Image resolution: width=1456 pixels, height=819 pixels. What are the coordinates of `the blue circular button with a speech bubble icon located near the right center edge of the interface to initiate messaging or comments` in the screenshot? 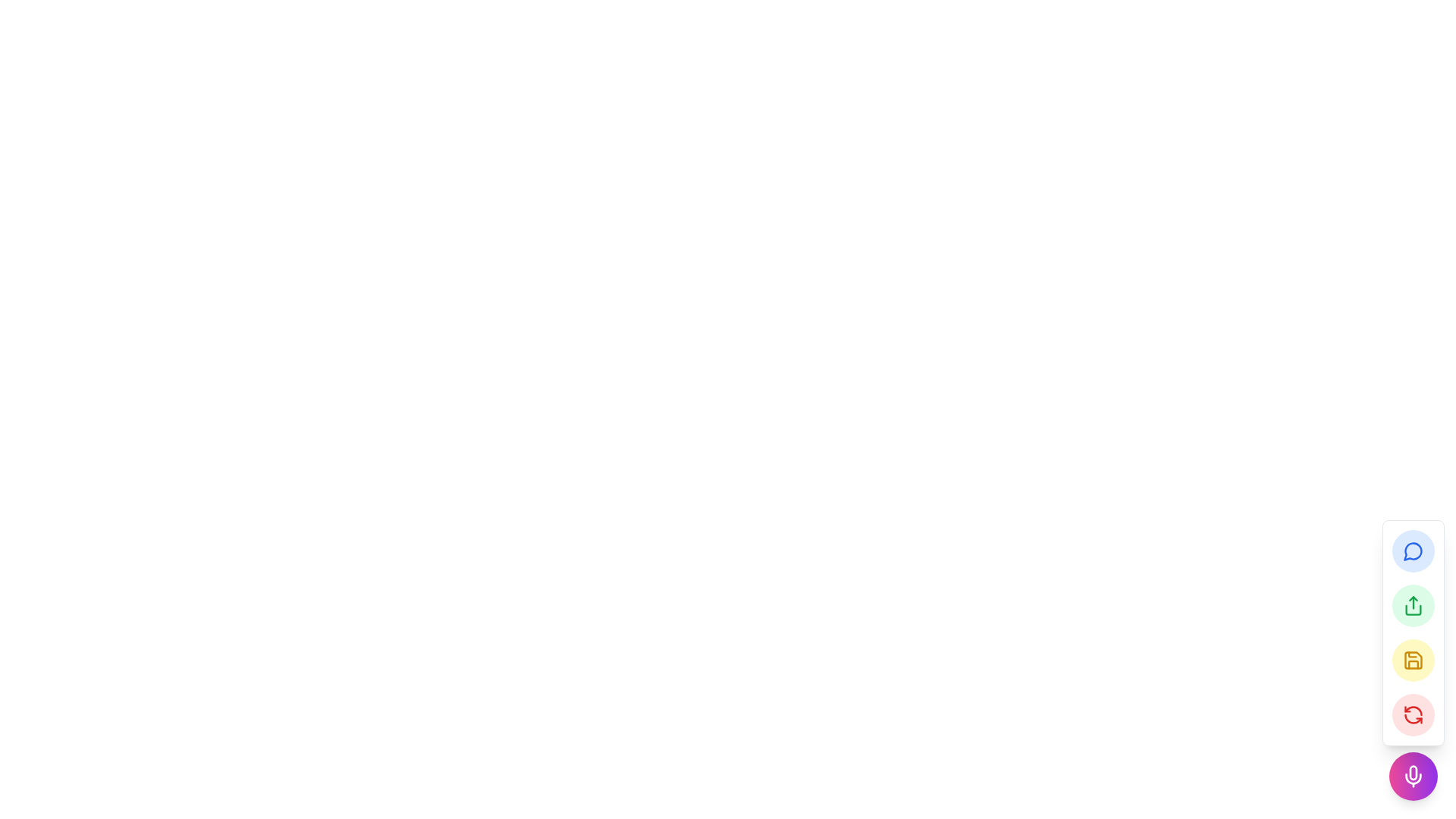 It's located at (1412, 551).